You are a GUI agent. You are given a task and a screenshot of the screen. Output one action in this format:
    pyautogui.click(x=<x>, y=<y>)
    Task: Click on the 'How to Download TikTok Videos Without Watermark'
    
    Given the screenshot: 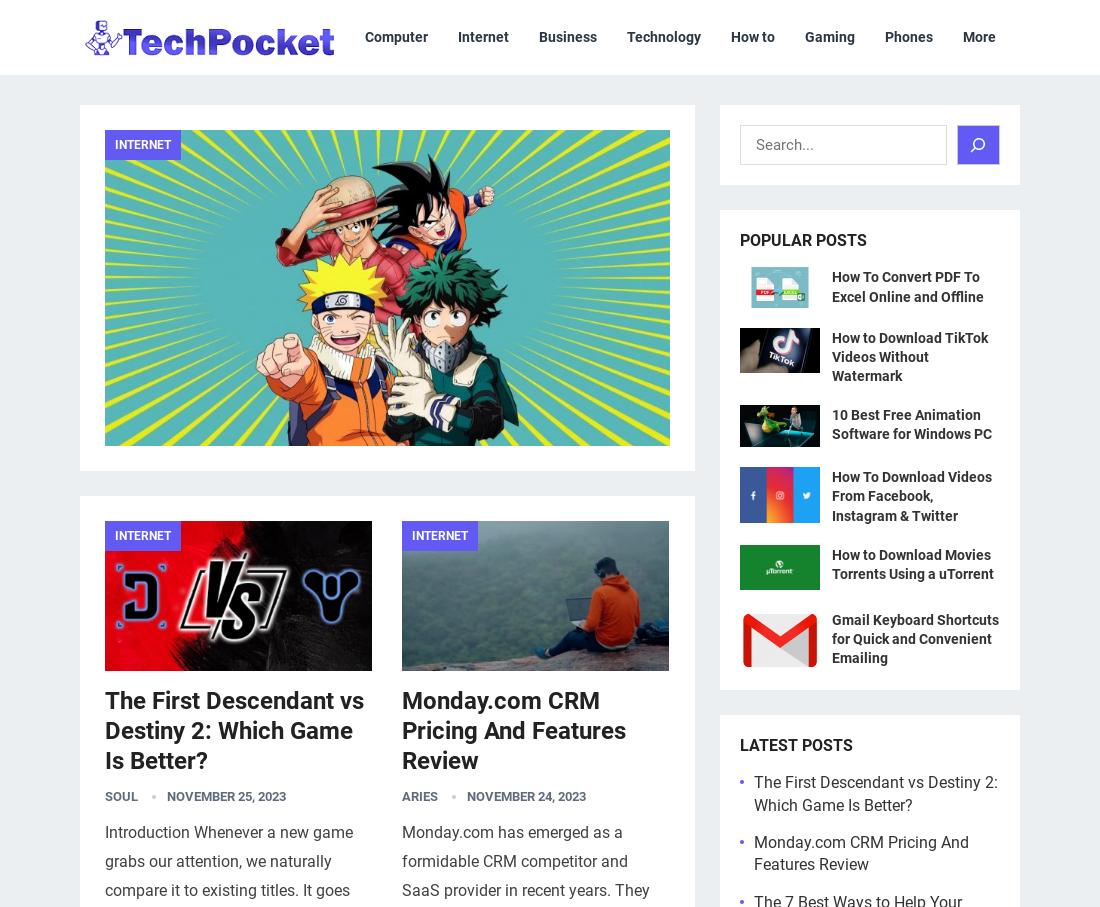 What is the action you would take?
    pyautogui.click(x=910, y=355)
    